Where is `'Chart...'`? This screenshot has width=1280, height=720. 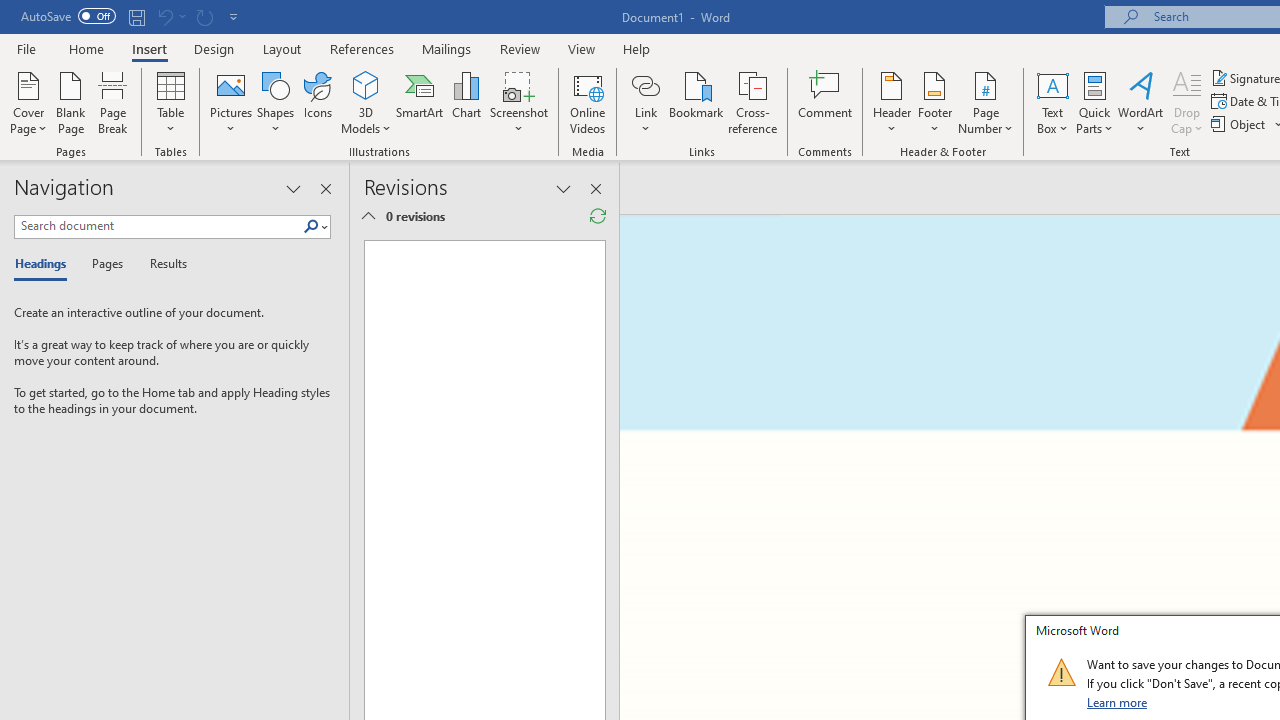 'Chart...' is located at coordinates (465, 103).